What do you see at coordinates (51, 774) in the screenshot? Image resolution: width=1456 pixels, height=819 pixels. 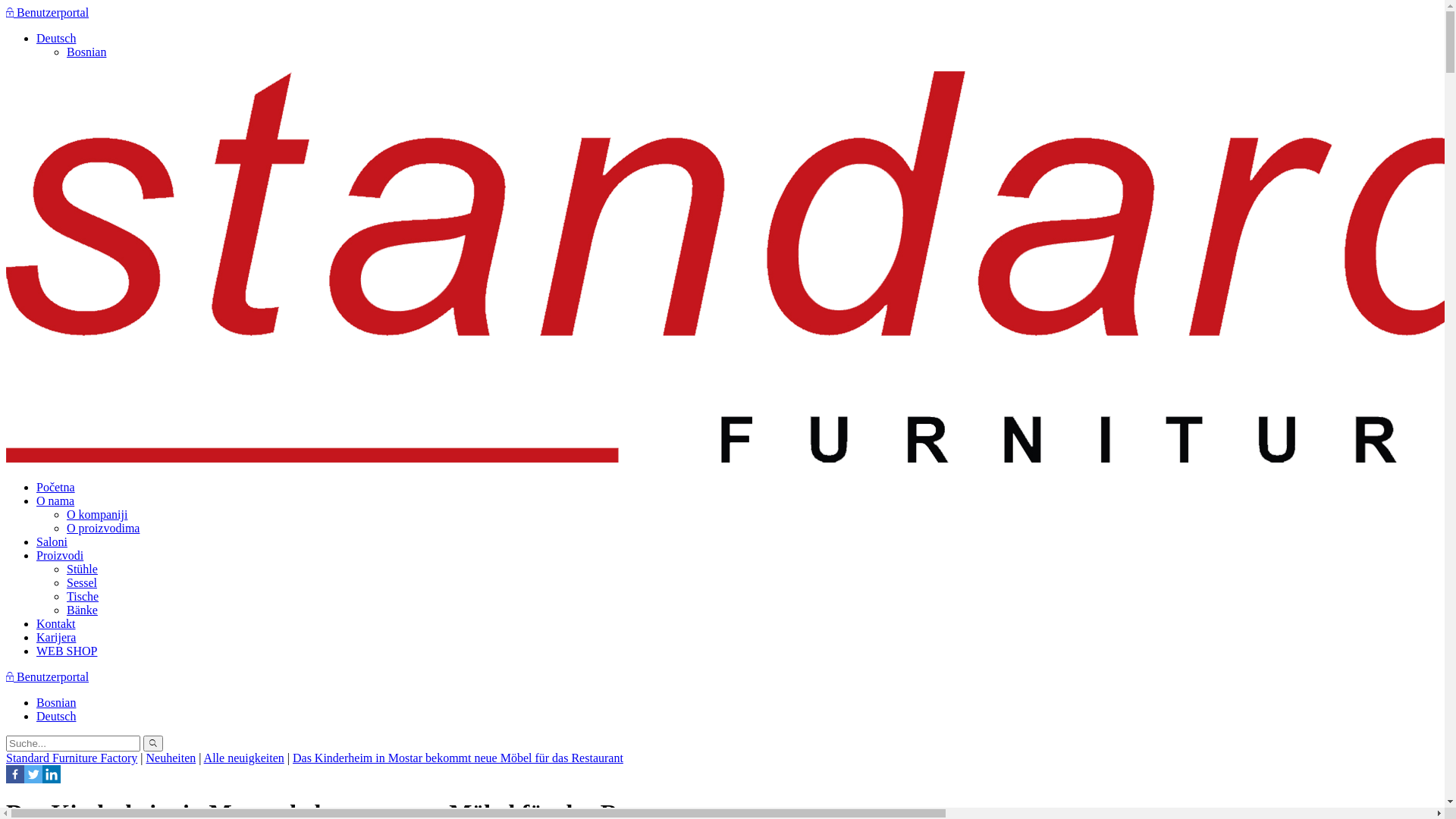 I see `'Linkedin'` at bounding box center [51, 774].